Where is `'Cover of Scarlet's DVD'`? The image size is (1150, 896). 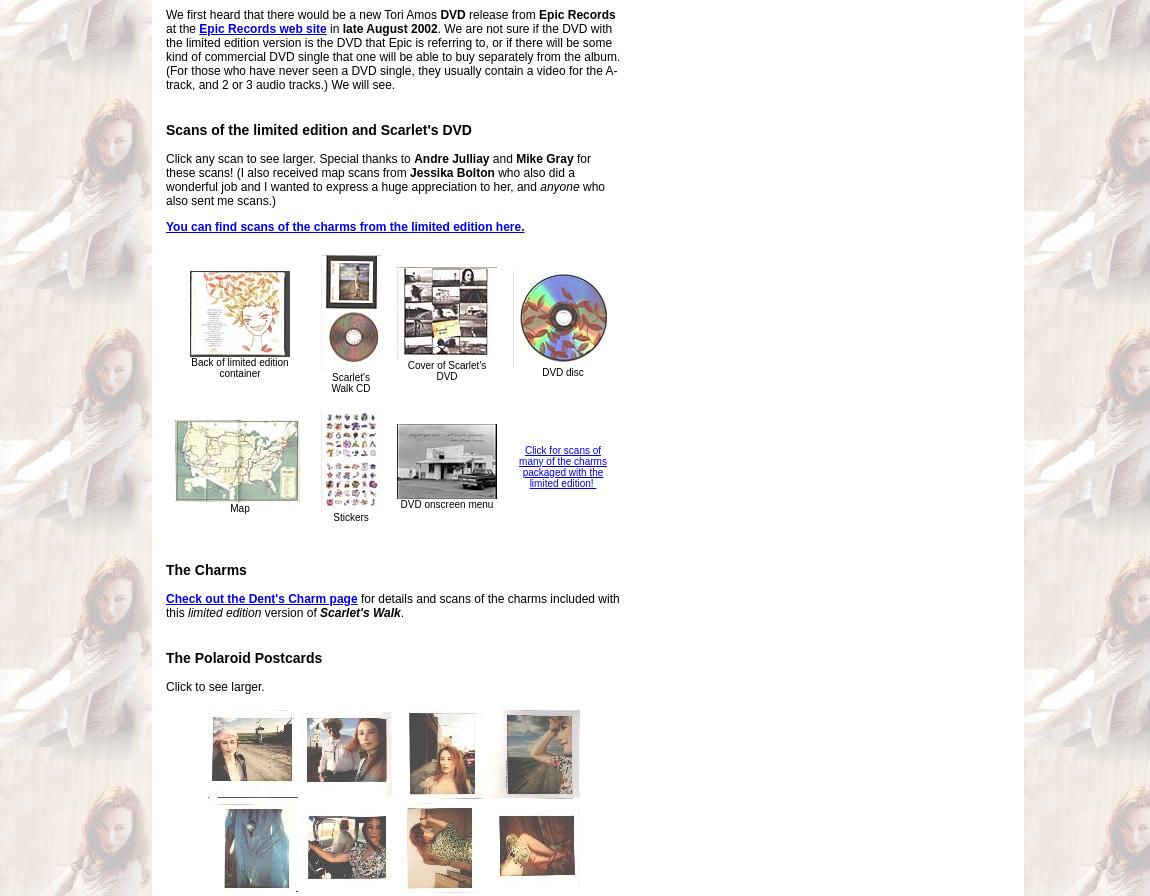
'Cover of Scarlet's DVD' is located at coordinates (446, 371).